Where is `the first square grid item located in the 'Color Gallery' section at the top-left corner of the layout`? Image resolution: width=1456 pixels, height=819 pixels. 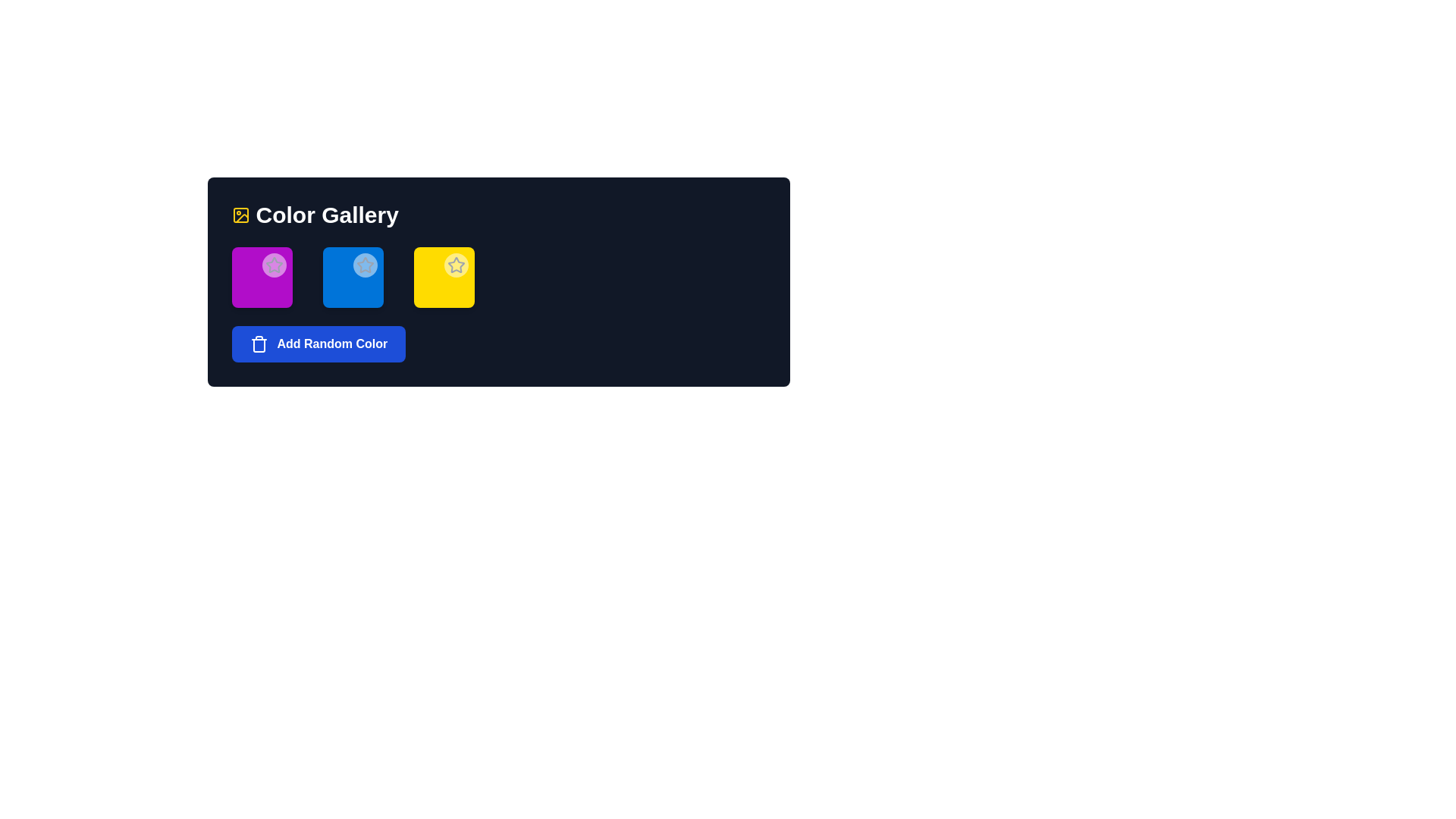
the first square grid item located in the 'Color Gallery' section at the top-left corner of the layout is located at coordinates (262, 278).